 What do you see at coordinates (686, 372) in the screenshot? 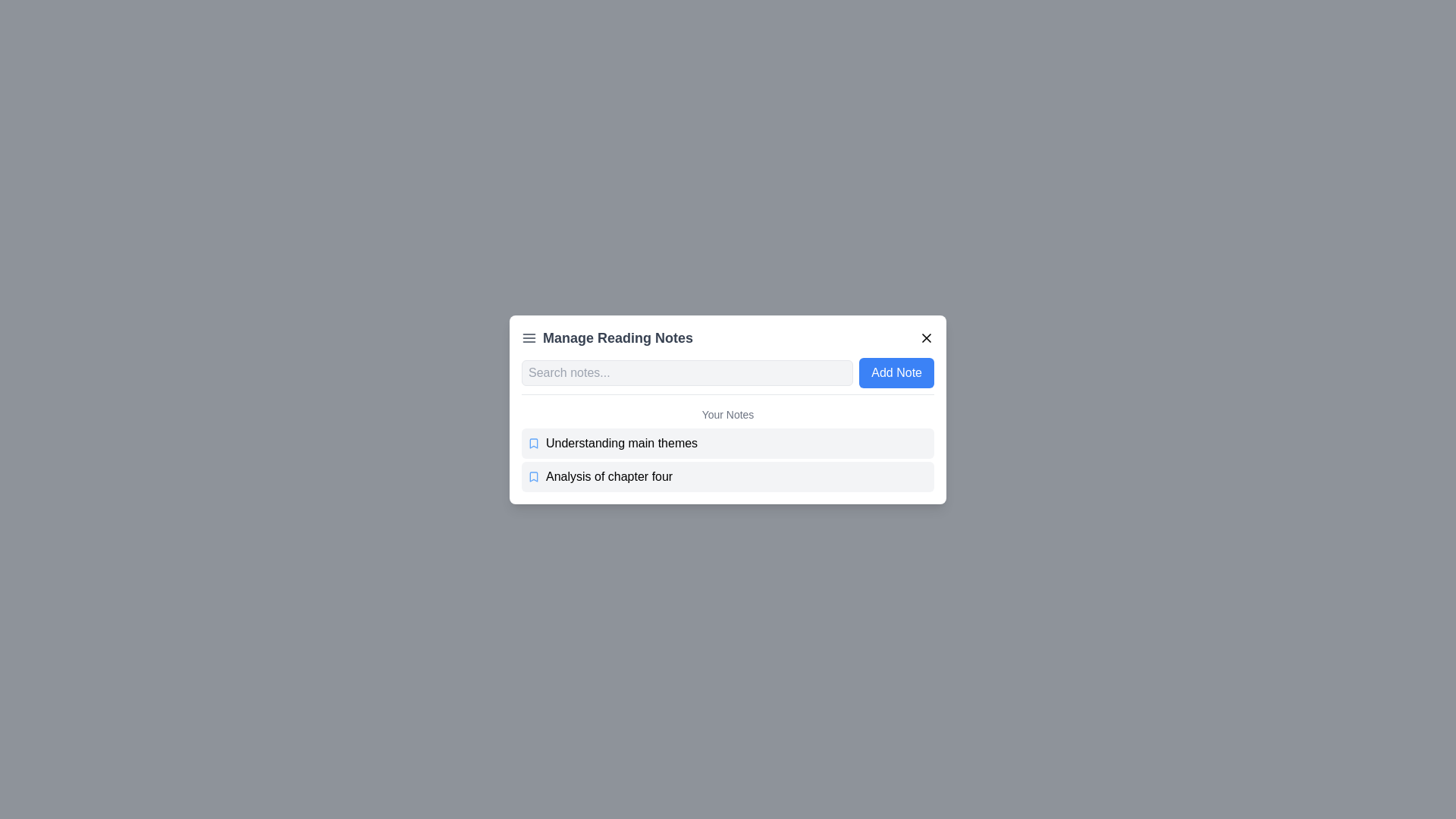
I see `the search input field to focus it` at bounding box center [686, 372].